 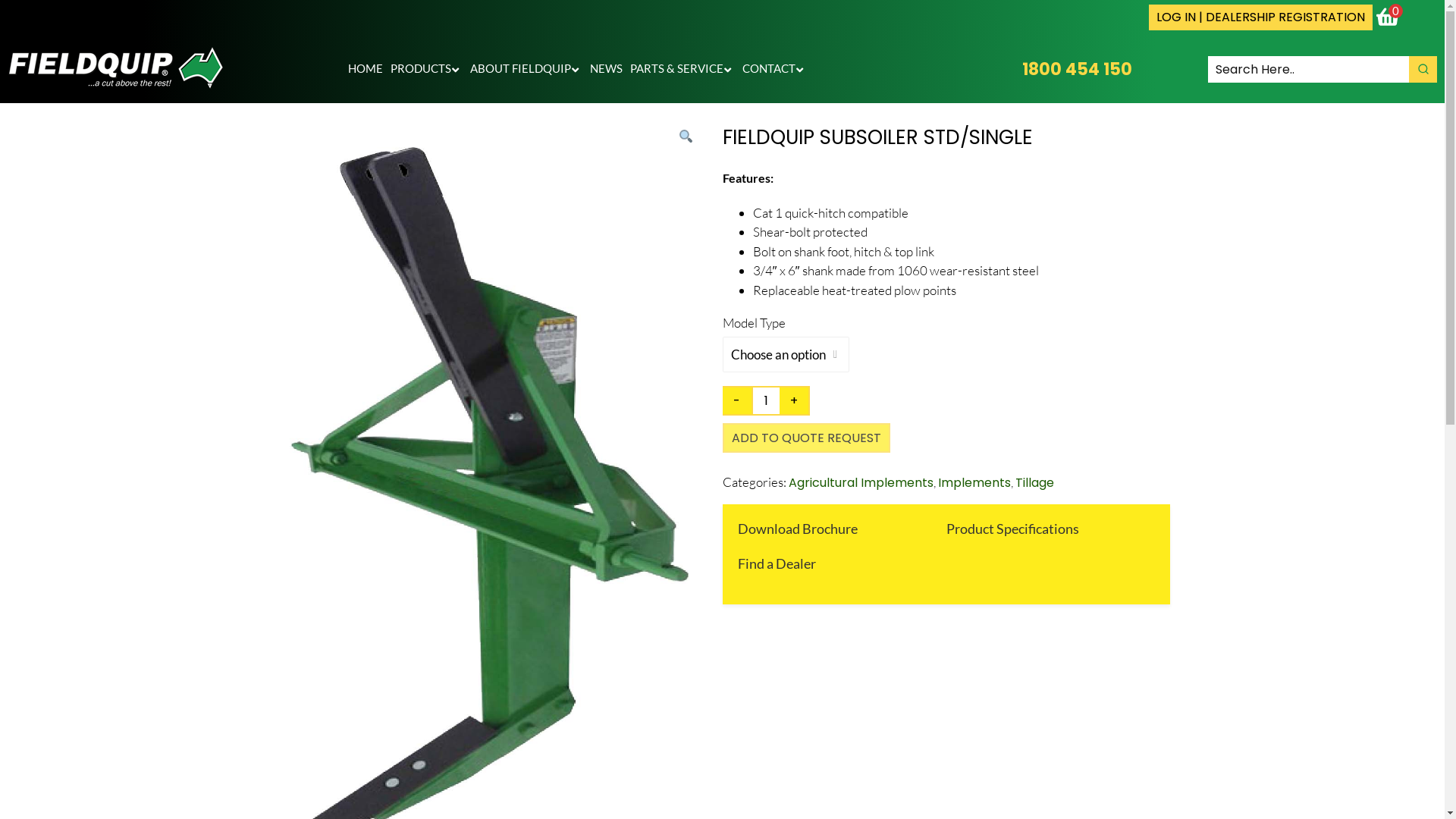 What do you see at coordinates (1260, 17) in the screenshot?
I see `'LOG IN | DEALERSHIP REGISTRATION'` at bounding box center [1260, 17].